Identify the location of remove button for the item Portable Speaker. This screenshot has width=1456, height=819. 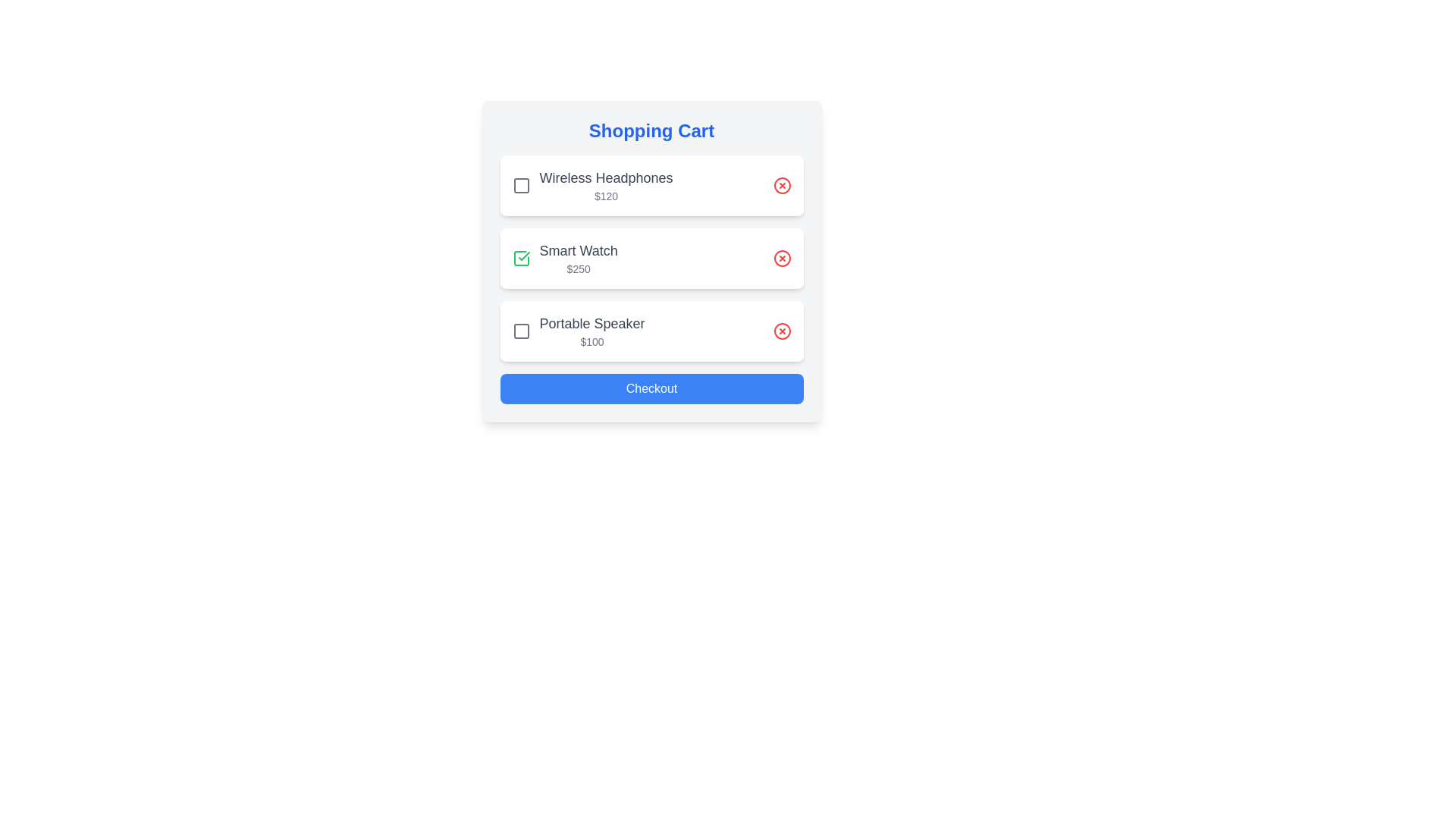
(782, 330).